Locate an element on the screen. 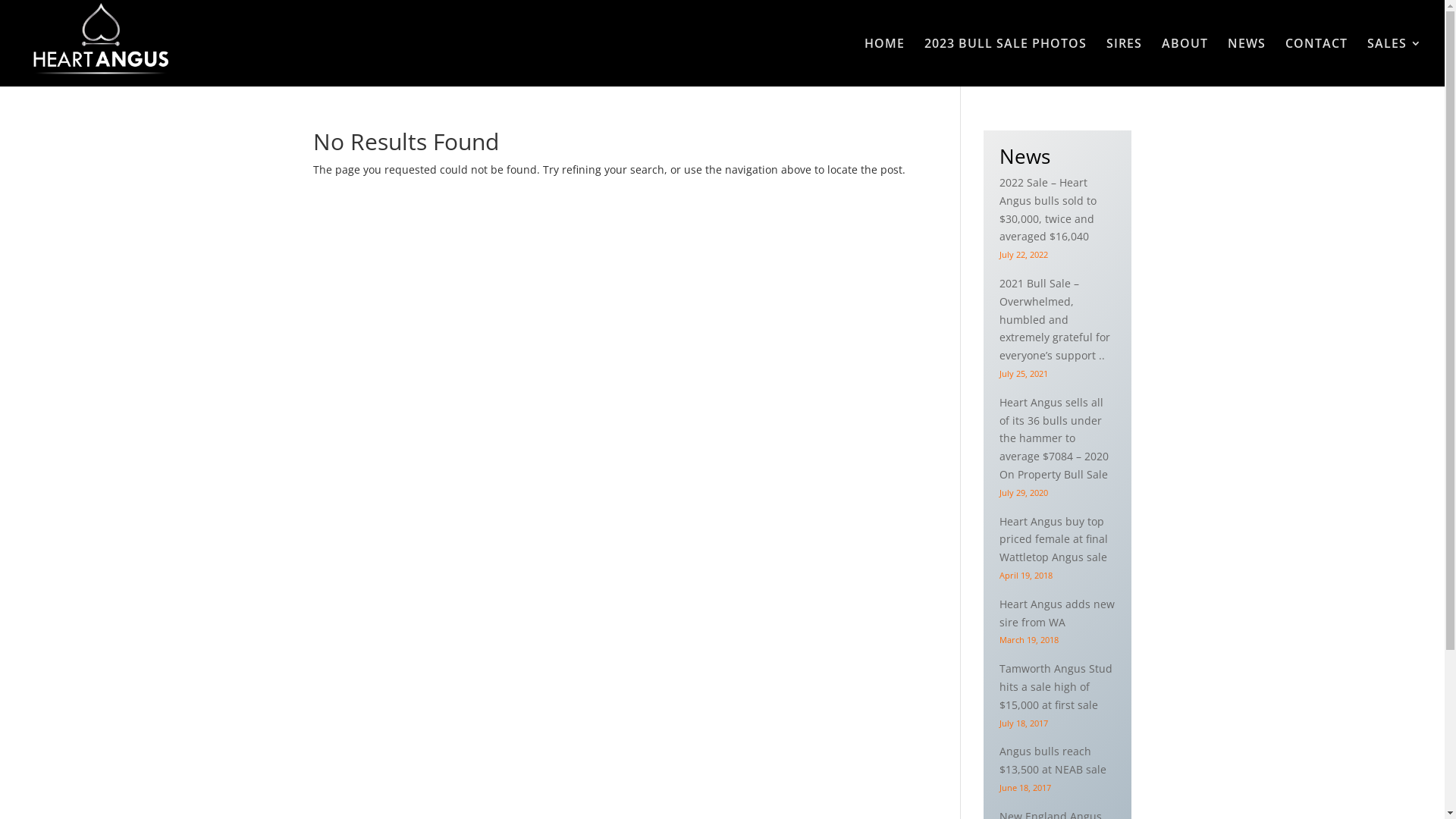 This screenshot has width=1456, height=819. 'Heart Angus adds new sire from WA' is located at coordinates (1056, 612).